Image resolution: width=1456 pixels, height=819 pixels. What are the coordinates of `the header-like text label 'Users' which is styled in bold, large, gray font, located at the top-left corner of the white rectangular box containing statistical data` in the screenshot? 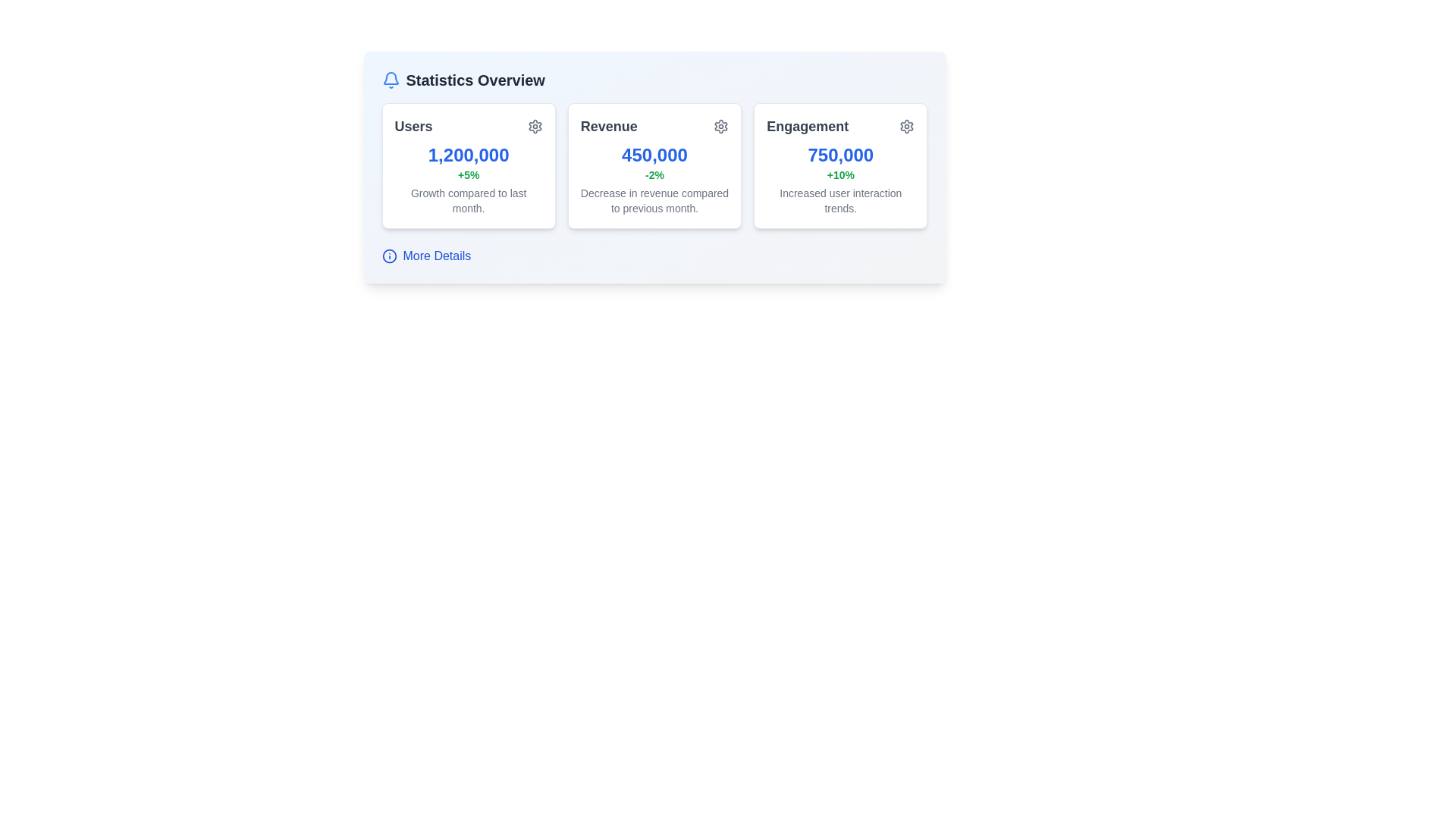 It's located at (413, 125).